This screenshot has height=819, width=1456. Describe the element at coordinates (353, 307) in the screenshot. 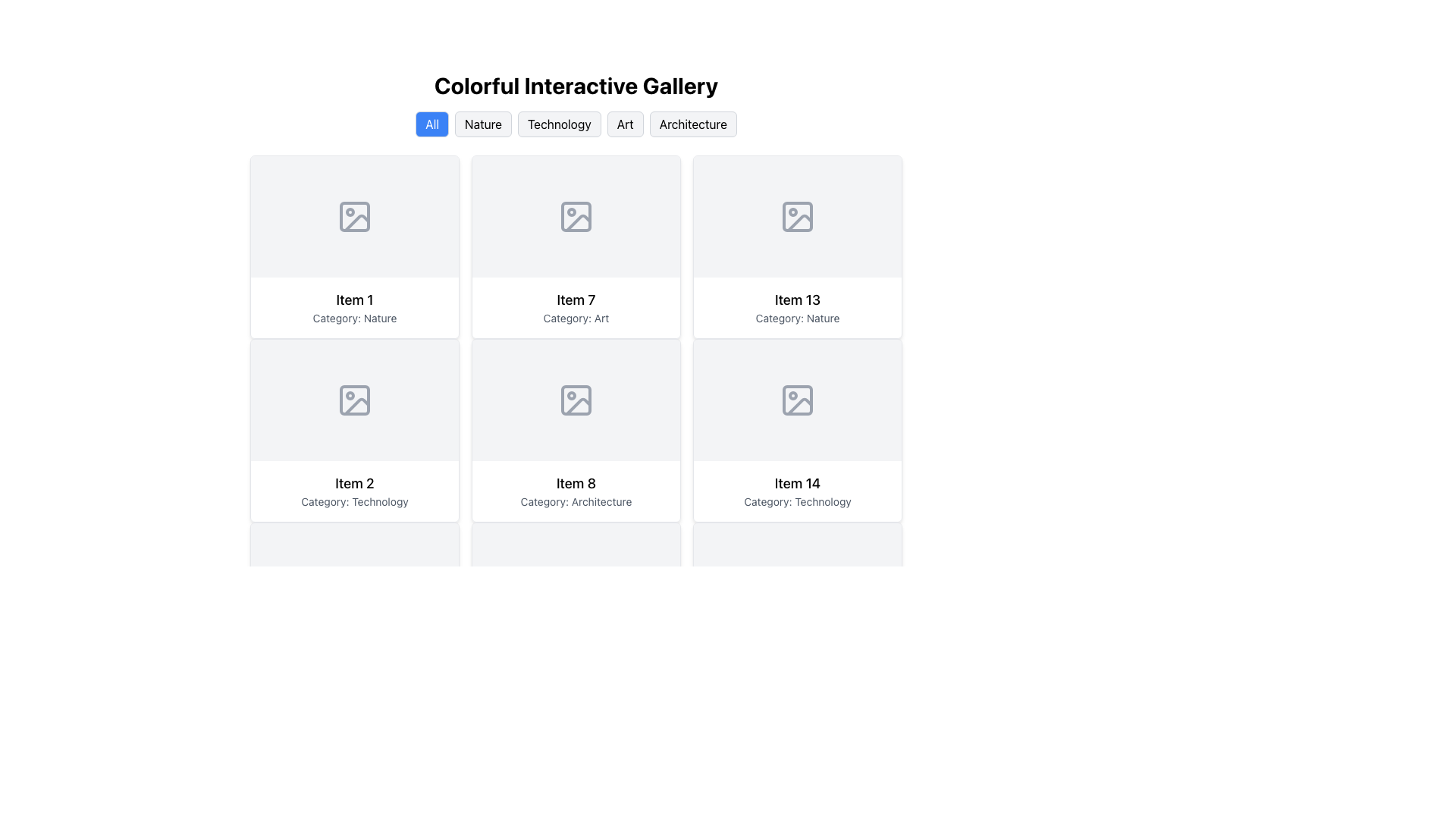

I see `the Grid Item Card containing 'Item 1' and subtext 'Category: Nature', which is located at the top-left of the grid layout` at that location.